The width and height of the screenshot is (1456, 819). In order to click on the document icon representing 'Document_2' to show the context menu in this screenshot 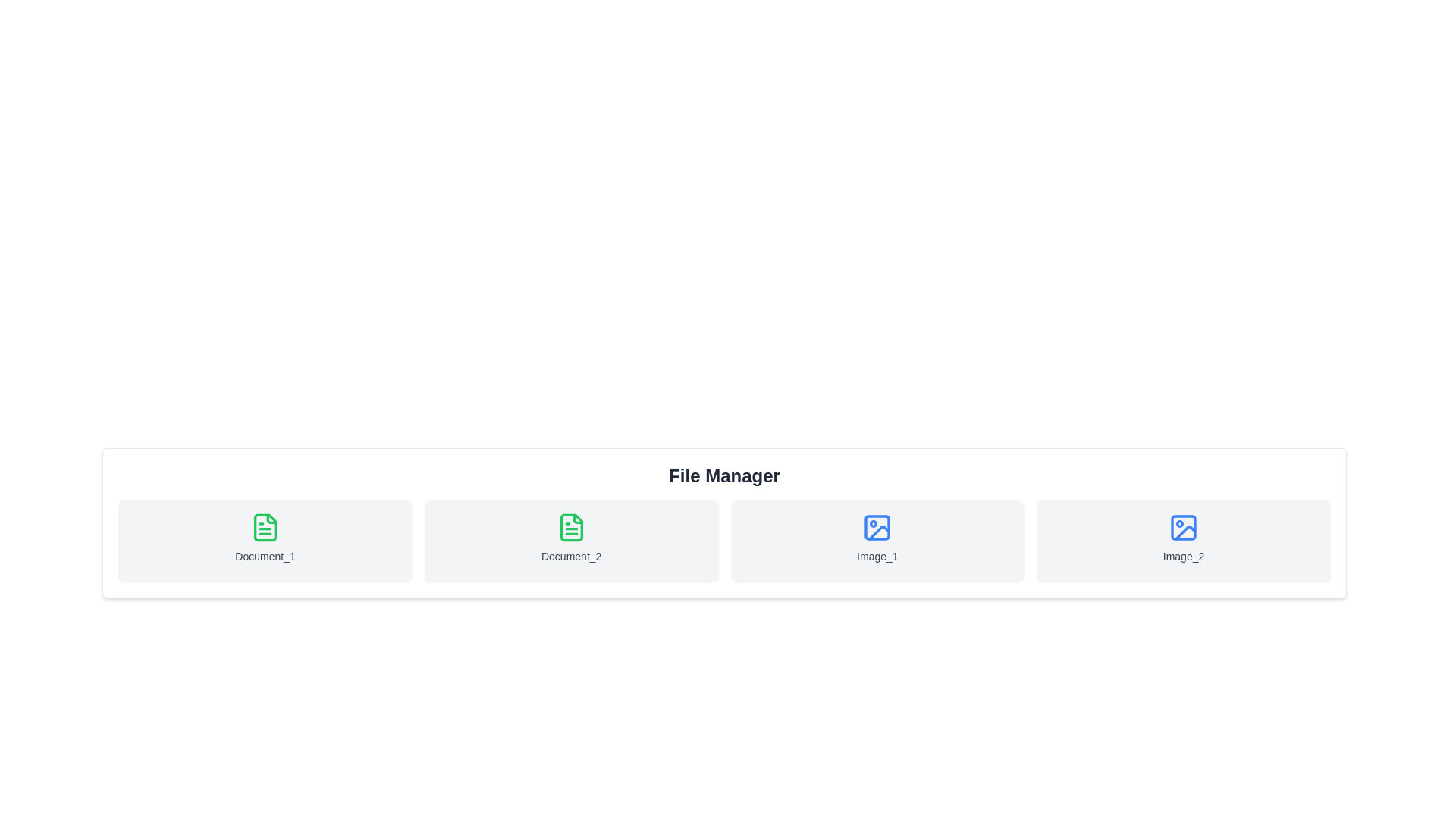, I will do `click(570, 526)`.